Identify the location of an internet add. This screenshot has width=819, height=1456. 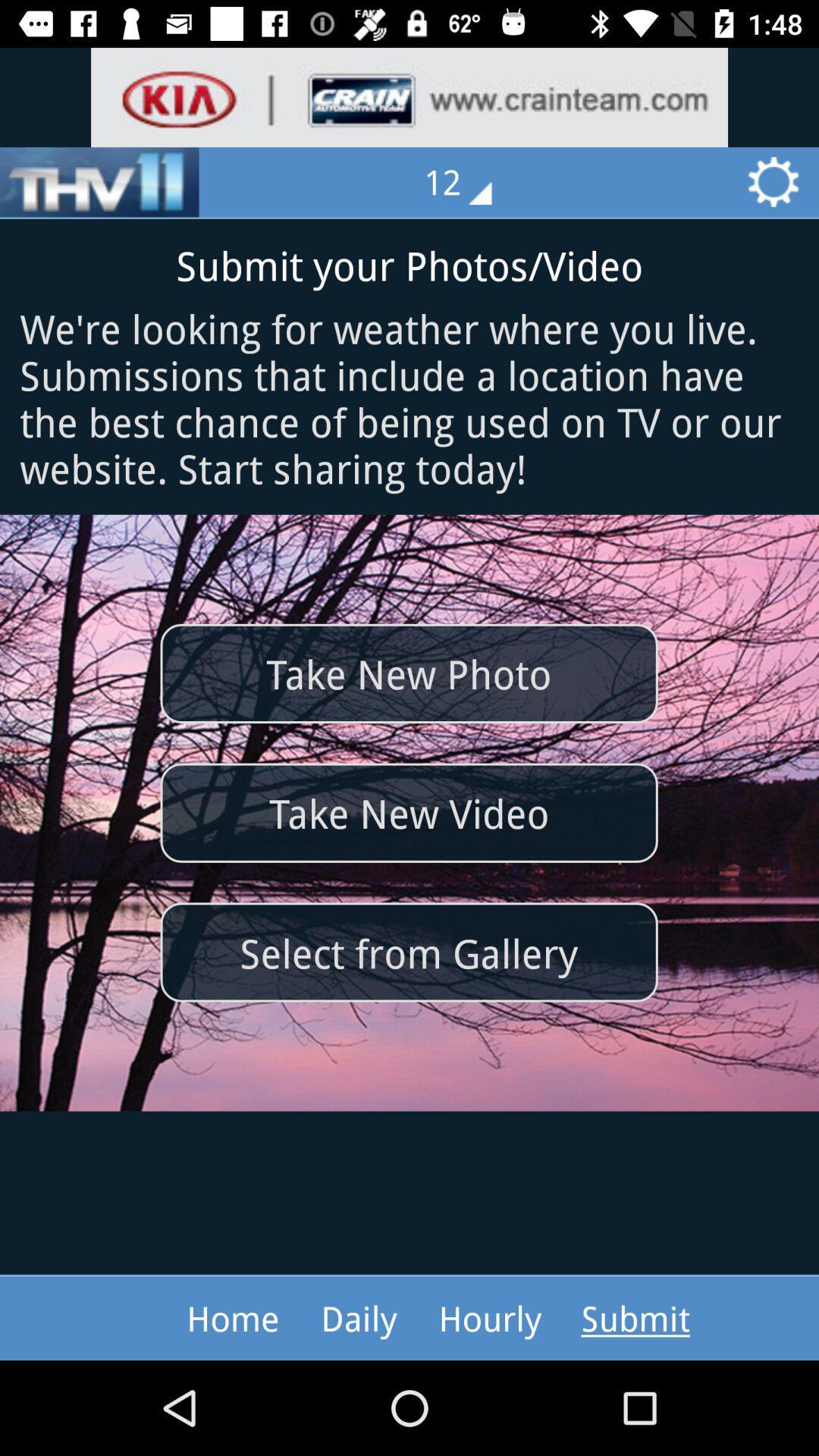
(409, 96).